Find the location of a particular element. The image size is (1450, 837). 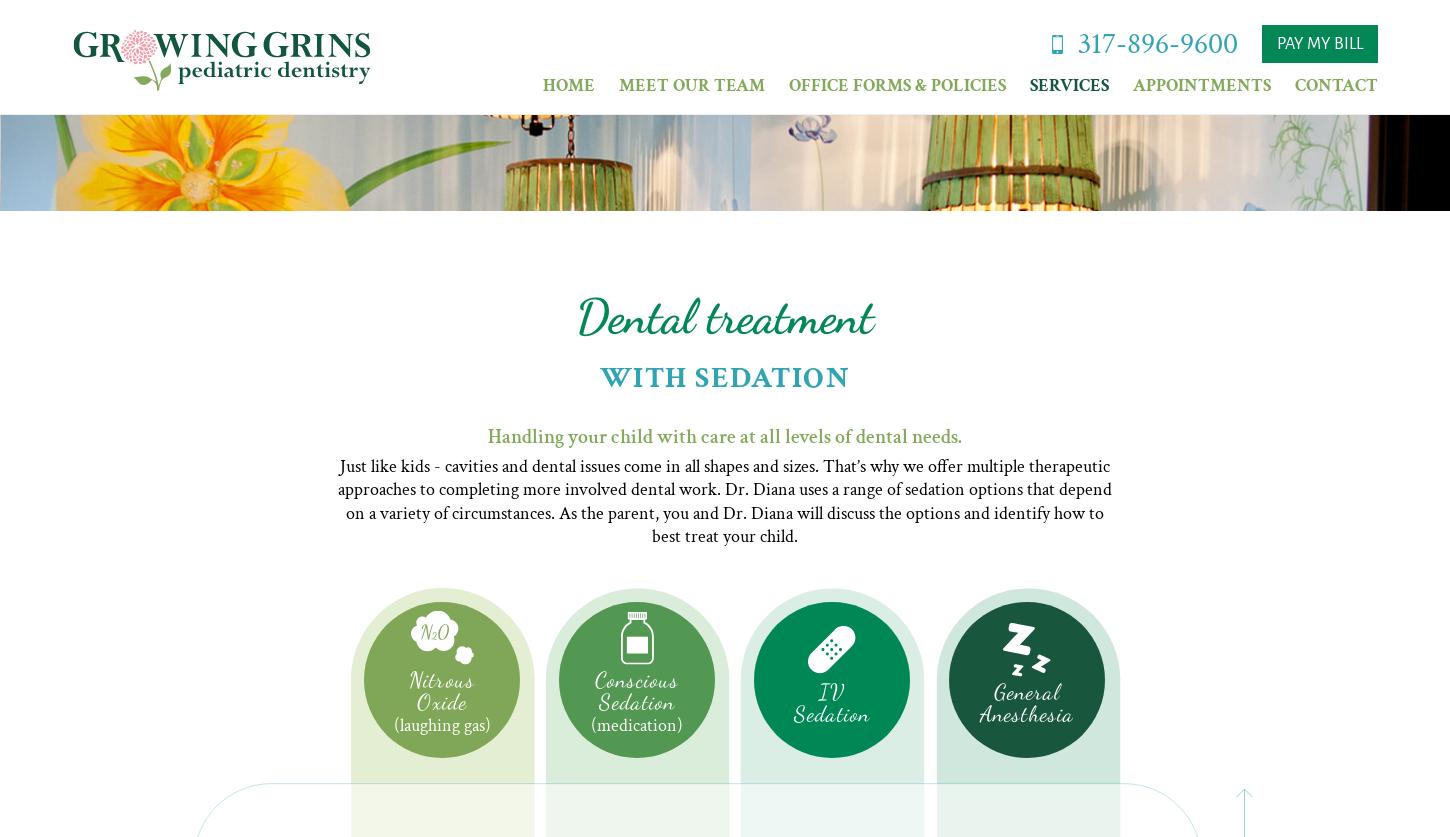

'Handling your child with care at all levels of dental needs.' is located at coordinates (488, 434).